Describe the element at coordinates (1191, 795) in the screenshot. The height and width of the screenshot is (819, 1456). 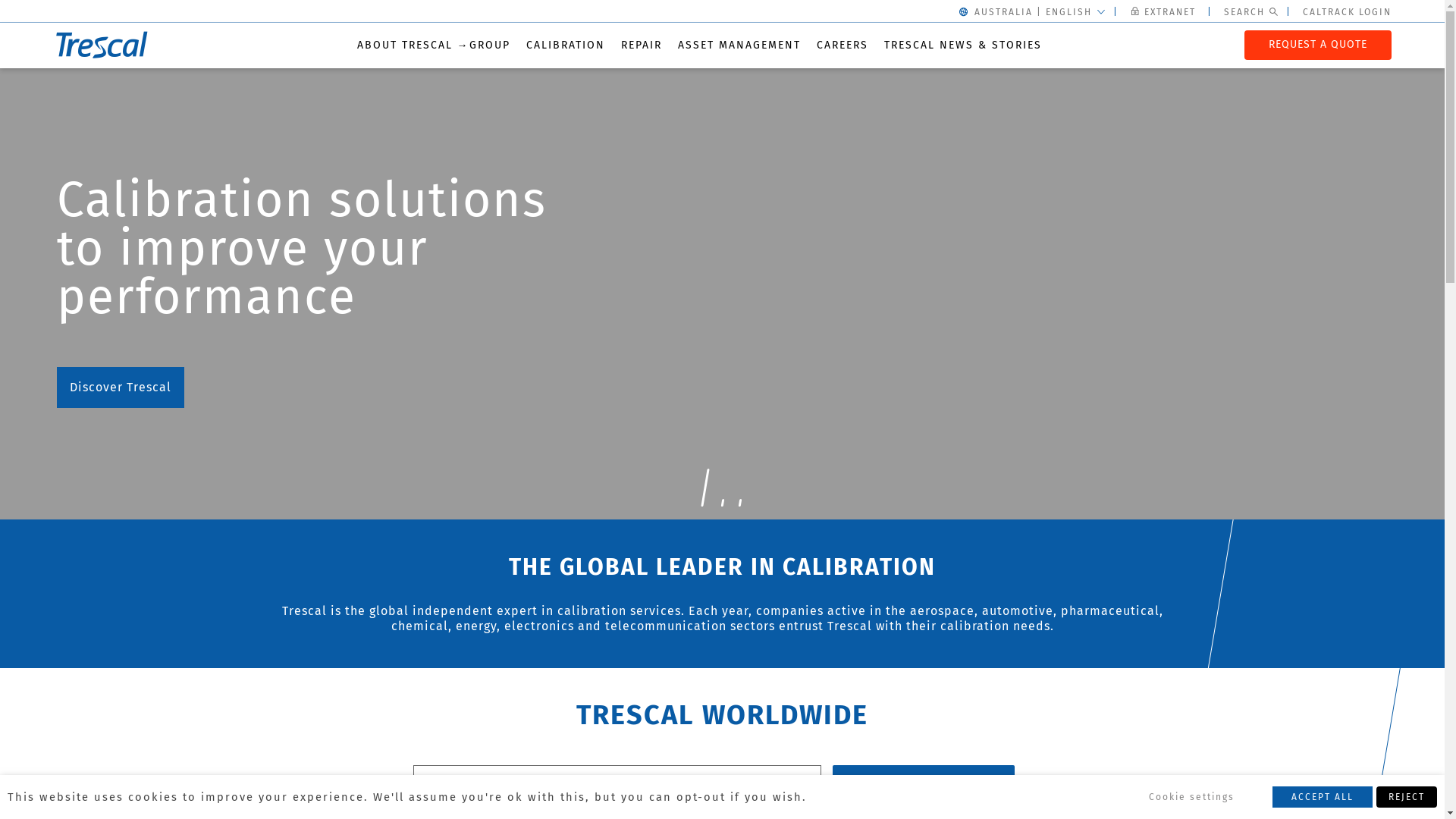
I see `'Cookie settings'` at that location.